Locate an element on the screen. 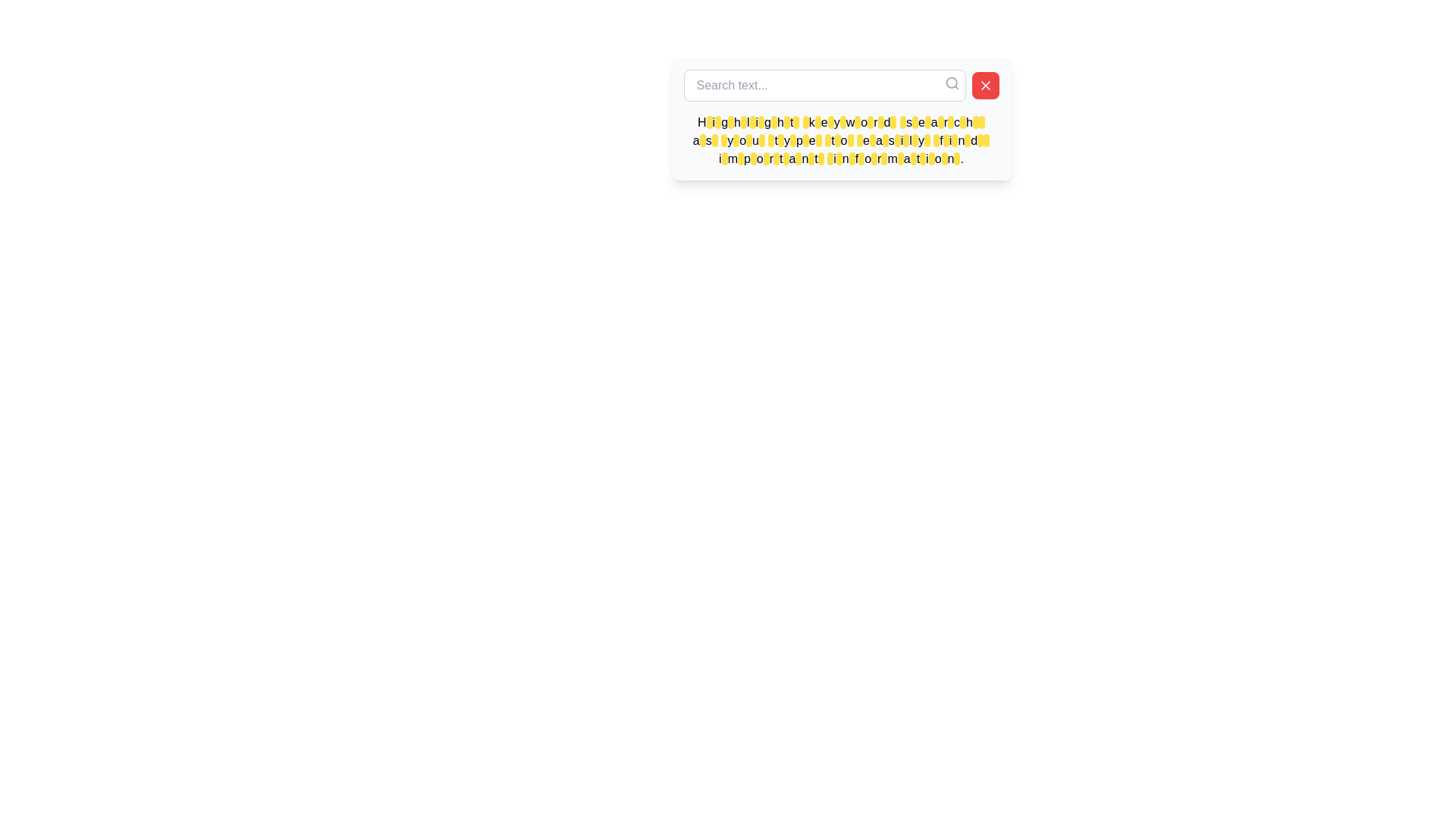  the small oval Highlight marker with a yellow background and black border, which is the fifth in a series of highlighted elements within the text 'Highlight keyword search as you type to easily find important information.' is located at coordinates (752, 121).